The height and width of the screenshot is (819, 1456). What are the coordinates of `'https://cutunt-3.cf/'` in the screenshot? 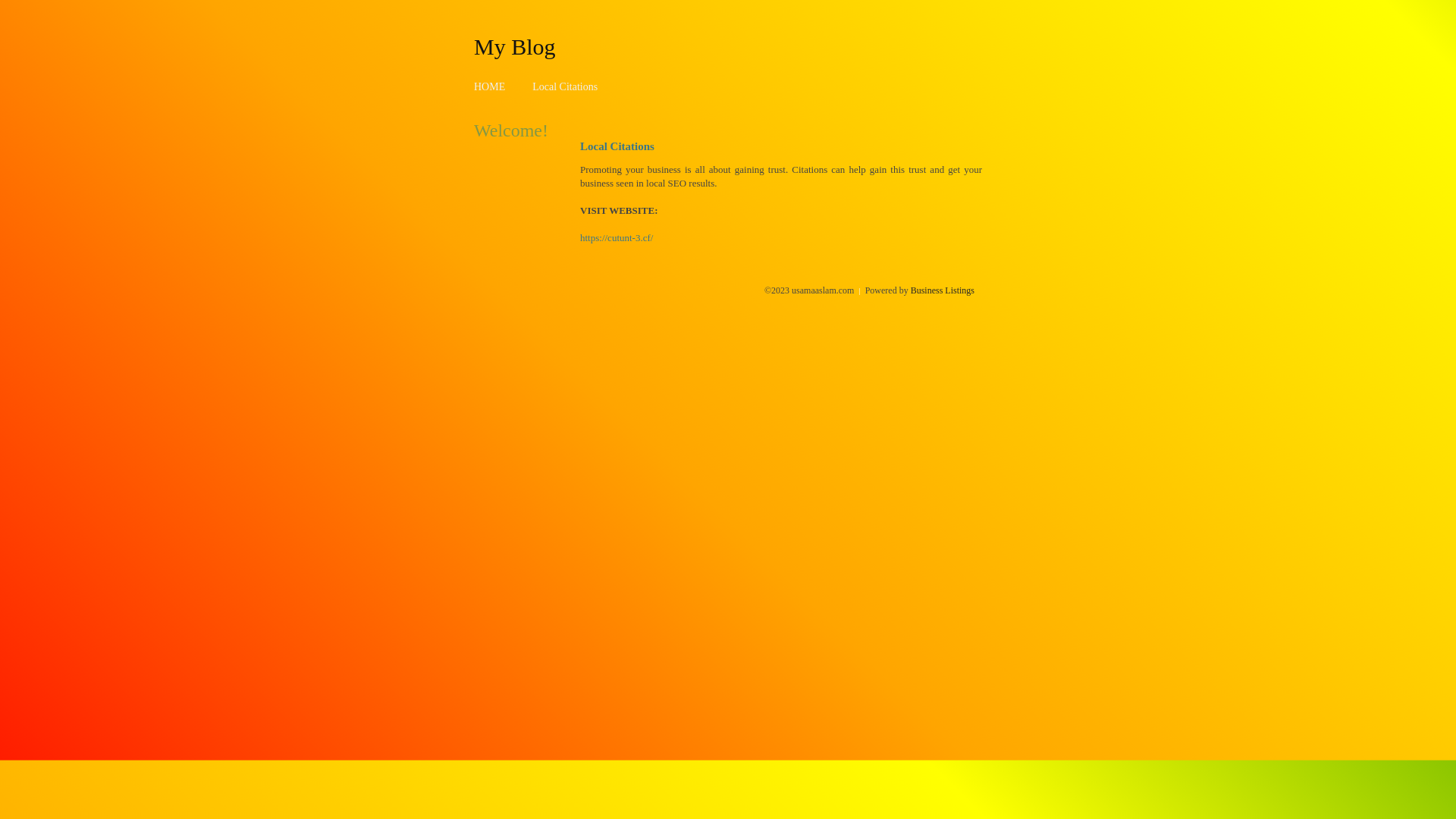 It's located at (579, 237).